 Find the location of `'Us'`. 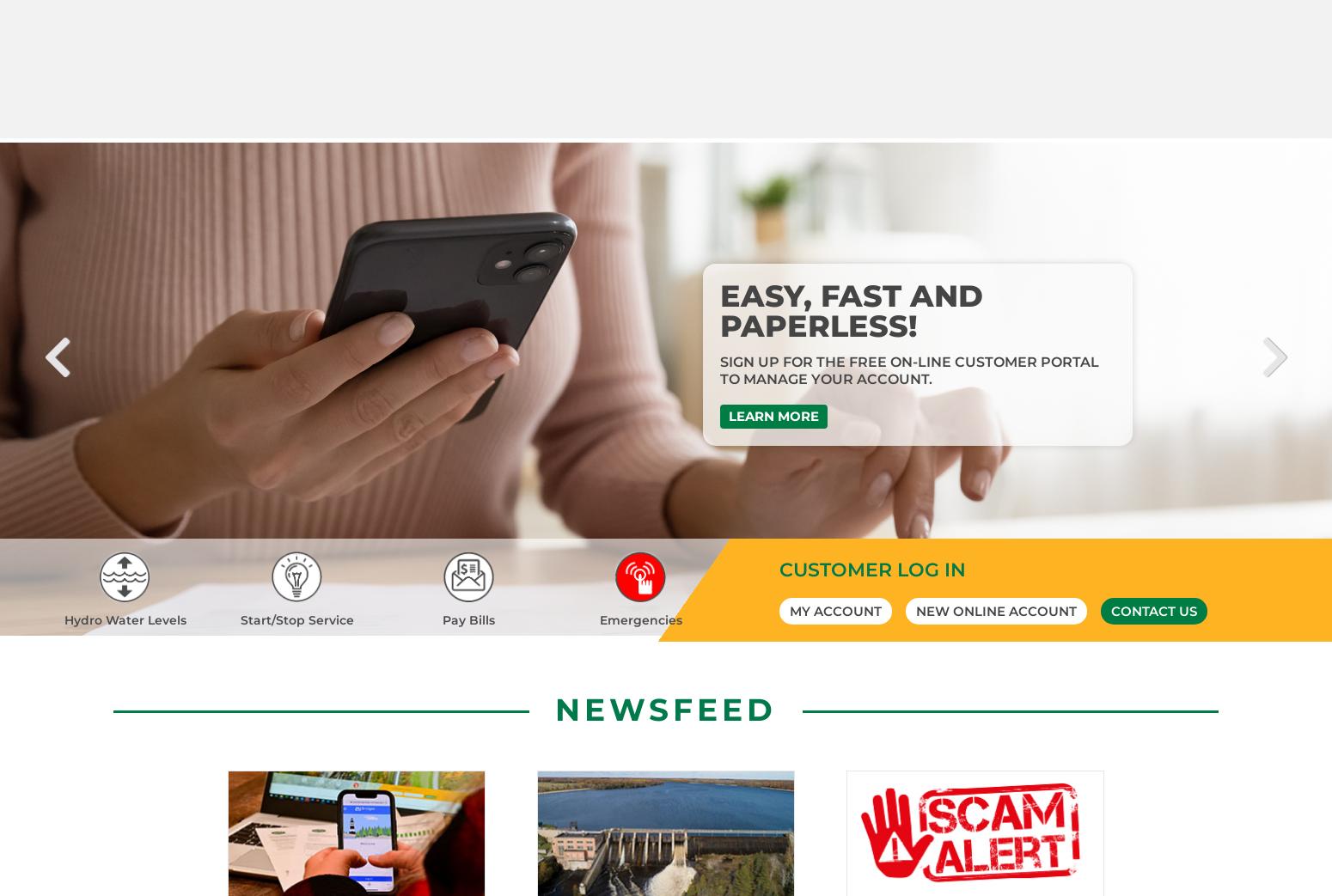

'Us' is located at coordinates (1058, 687).